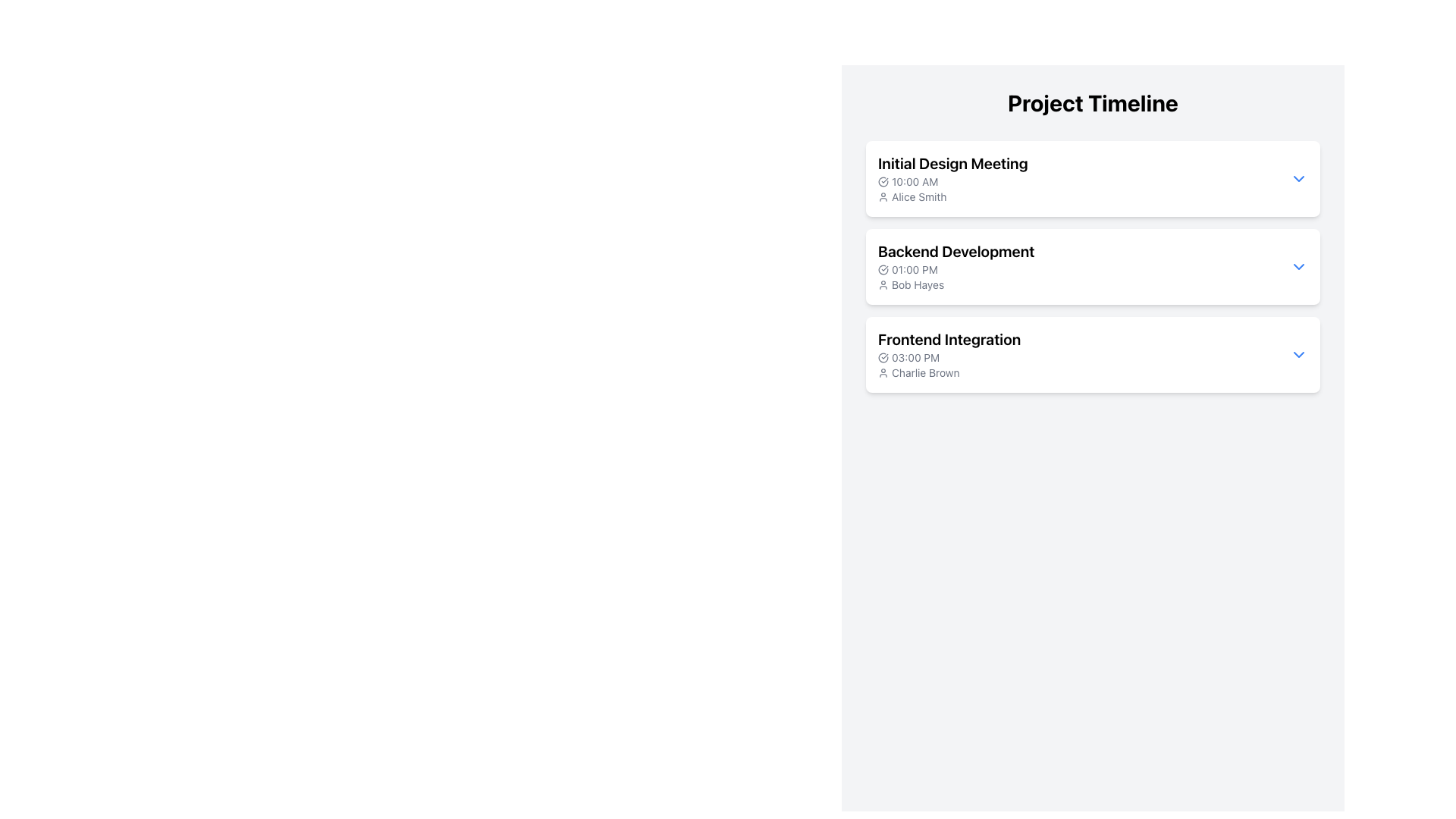 The width and height of the screenshot is (1456, 819). I want to click on the identifying icon for user 'Bob Hayes', which is located to the left of the name text, so click(883, 284).